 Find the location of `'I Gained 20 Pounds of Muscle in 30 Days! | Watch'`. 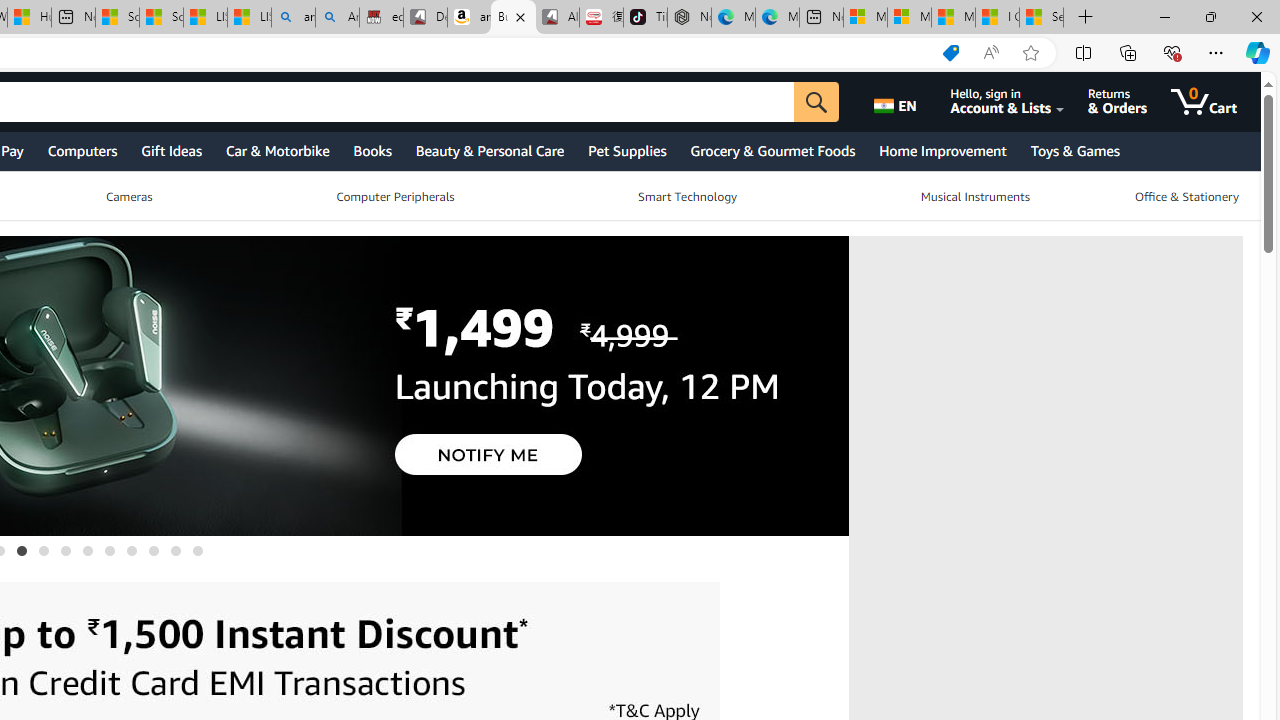

'I Gained 20 Pounds of Muscle in 30 Days! | Watch' is located at coordinates (997, 17).